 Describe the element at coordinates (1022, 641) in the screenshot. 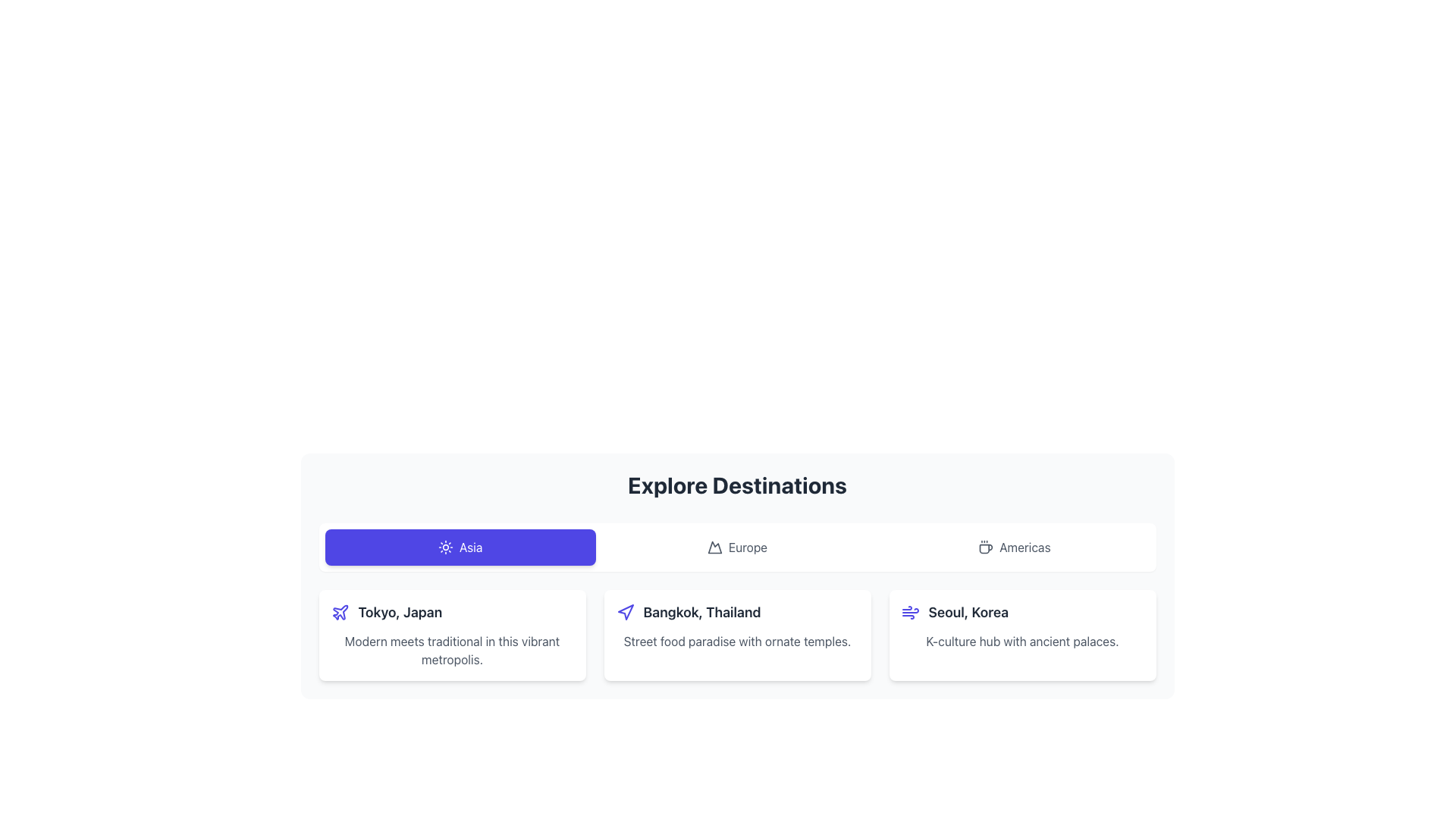

I see `description displayed in the text block that shows 'K-culture hub with ancient palaces.' located below the heading 'Seoul, Korea' in the third card of a horizontally-aligned list` at that location.